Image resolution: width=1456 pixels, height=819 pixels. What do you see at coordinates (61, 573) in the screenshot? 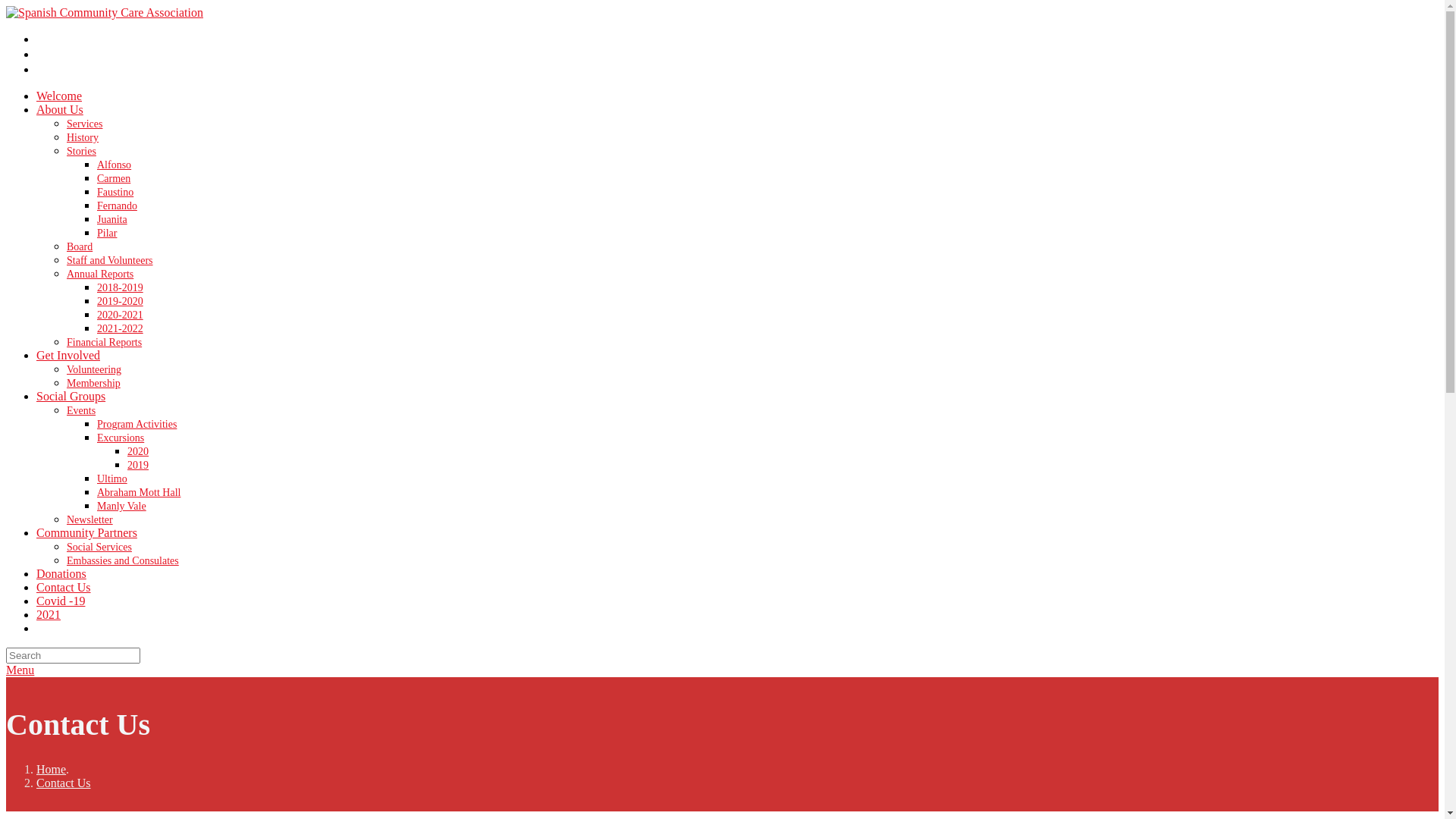
I see `'Donations'` at bounding box center [61, 573].